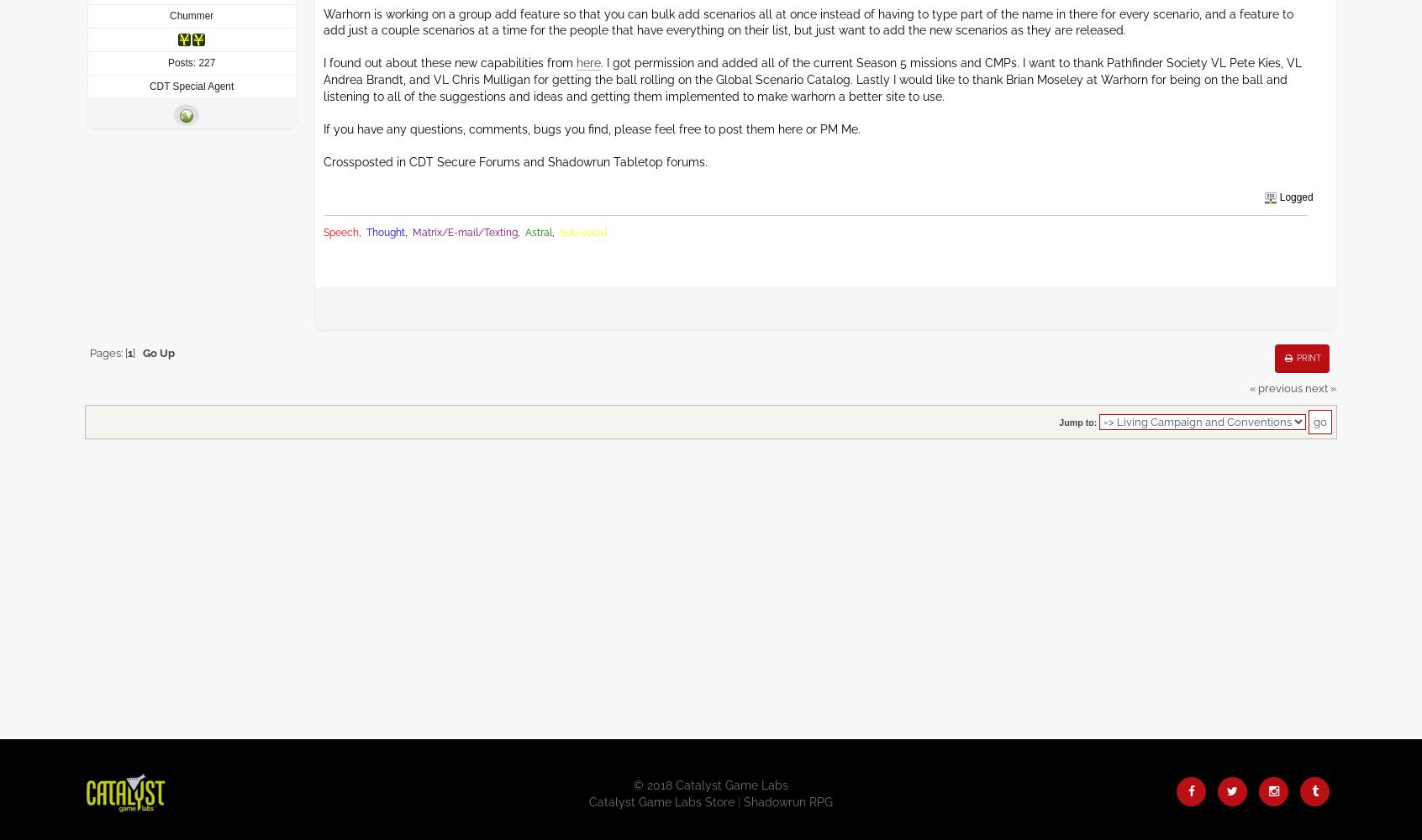 The height and width of the screenshot is (840, 1422). What do you see at coordinates (1249, 387) in the screenshot?
I see `'« previous'` at bounding box center [1249, 387].